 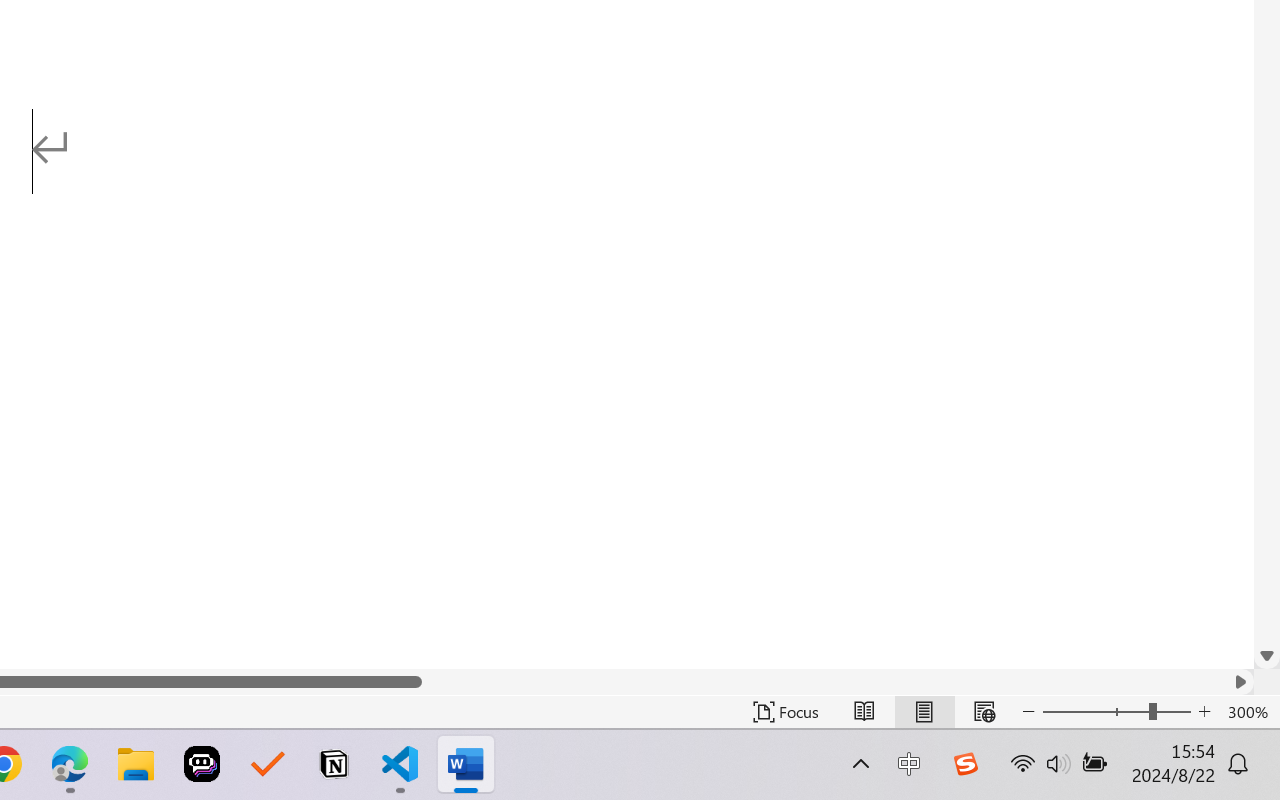 I want to click on 'Class: Image', so click(x=965, y=764).